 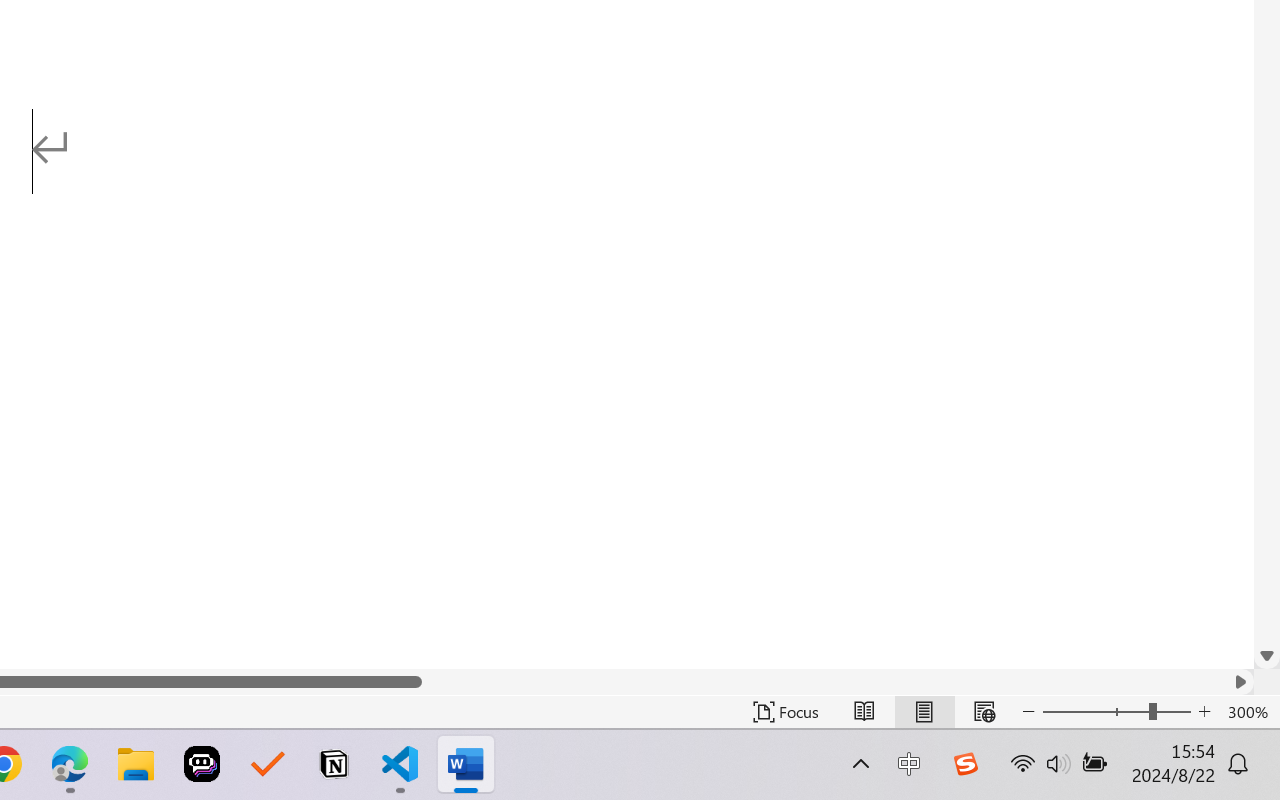 I want to click on 'Class: Image', so click(x=965, y=764).